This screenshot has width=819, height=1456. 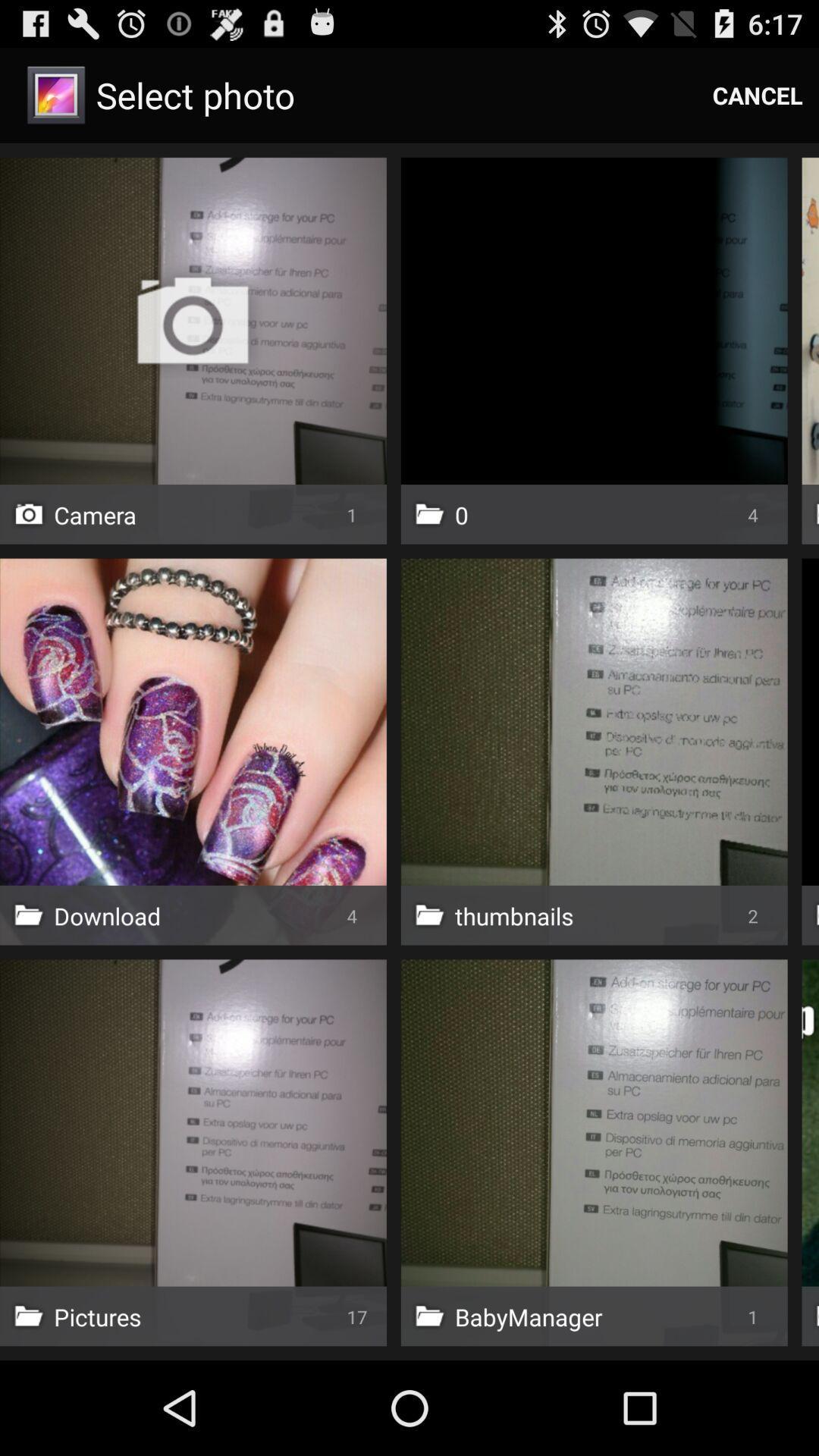 What do you see at coordinates (758, 94) in the screenshot?
I see `the item at the top right corner` at bounding box center [758, 94].